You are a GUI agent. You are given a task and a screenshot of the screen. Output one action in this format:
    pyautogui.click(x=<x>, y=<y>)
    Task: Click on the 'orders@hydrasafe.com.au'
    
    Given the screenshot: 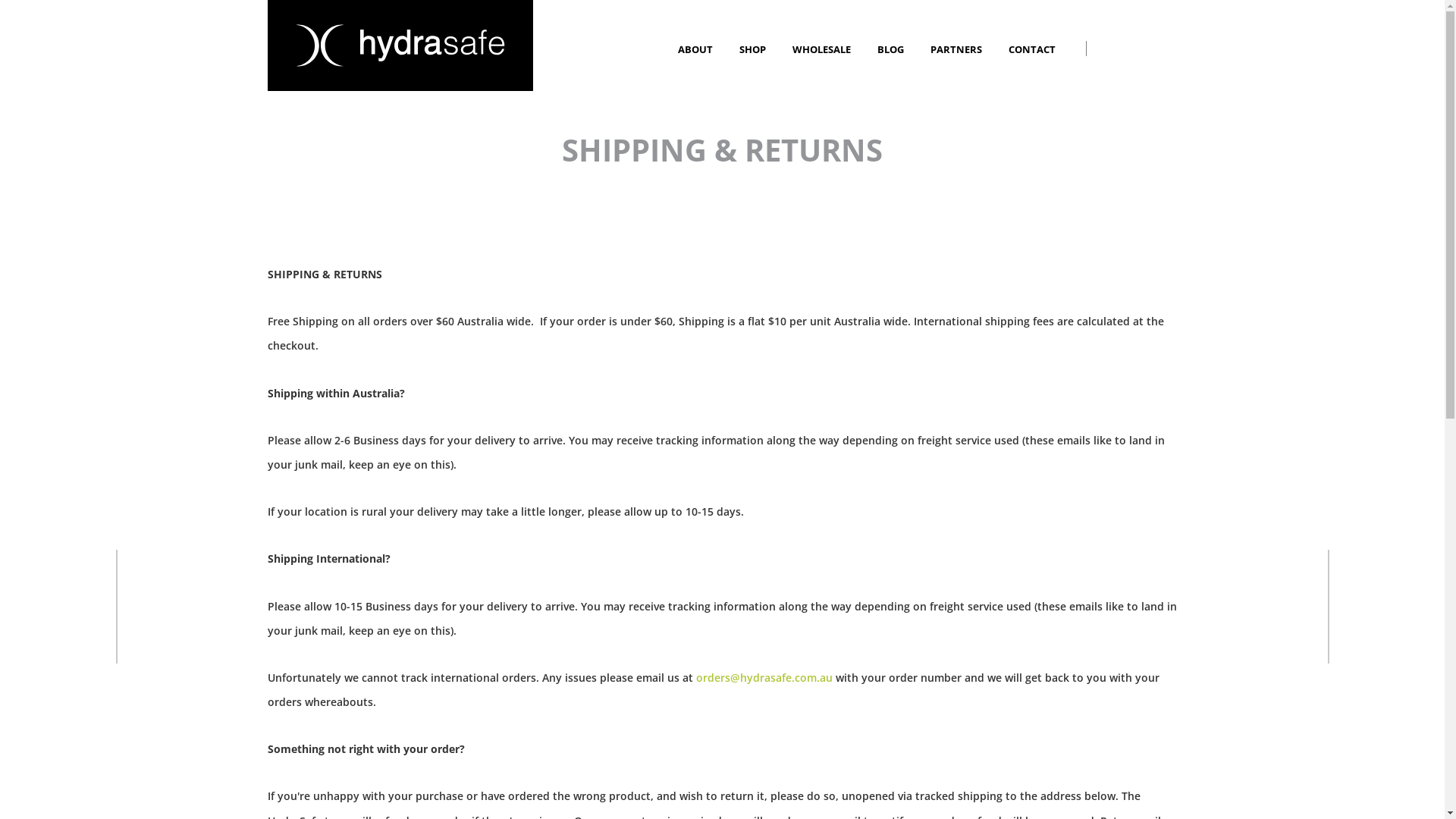 What is the action you would take?
    pyautogui.click(x=764, y=676)
    